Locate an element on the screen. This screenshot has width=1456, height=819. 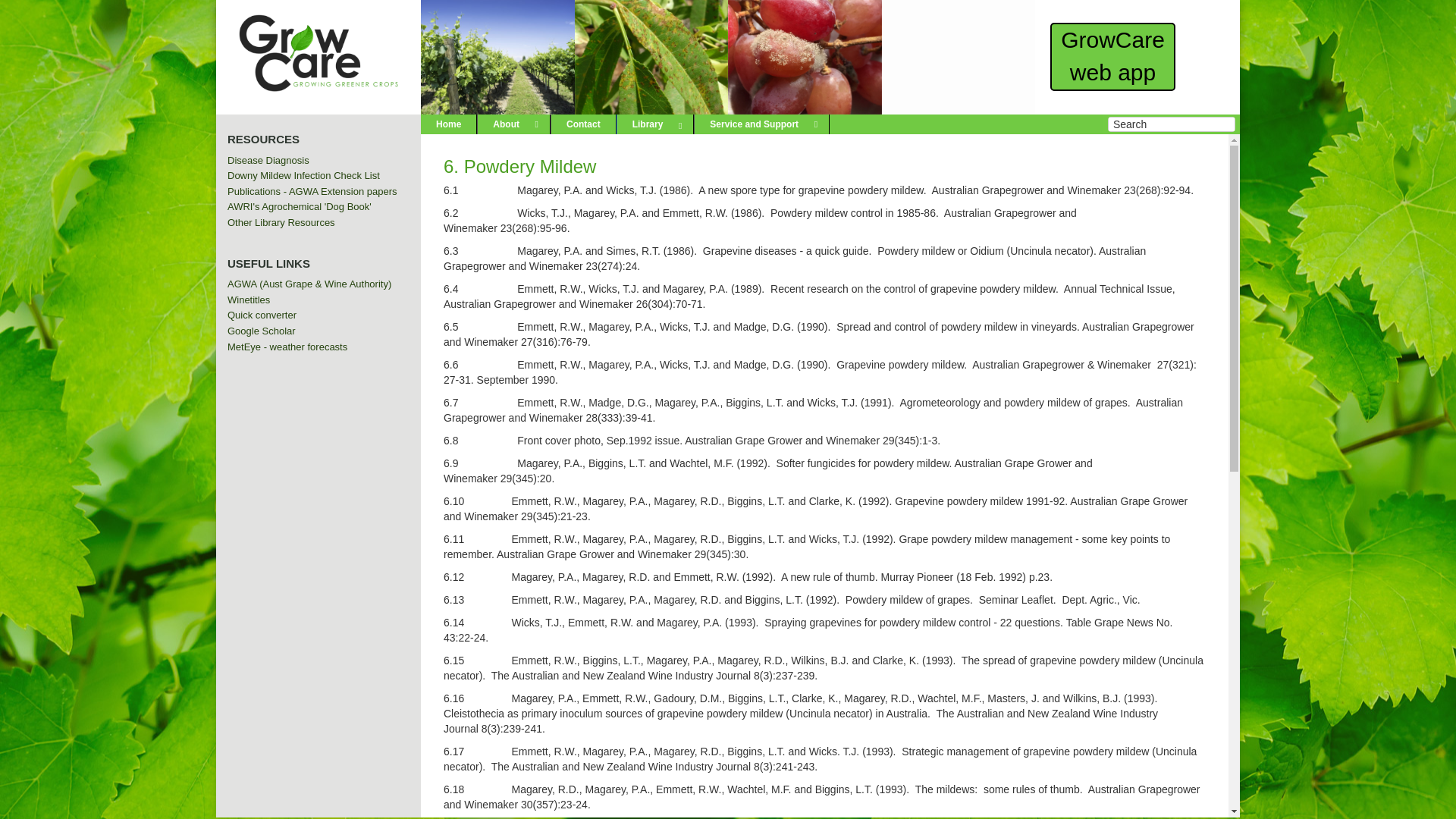
'Service and Support' is located at coordinates (693, 124).